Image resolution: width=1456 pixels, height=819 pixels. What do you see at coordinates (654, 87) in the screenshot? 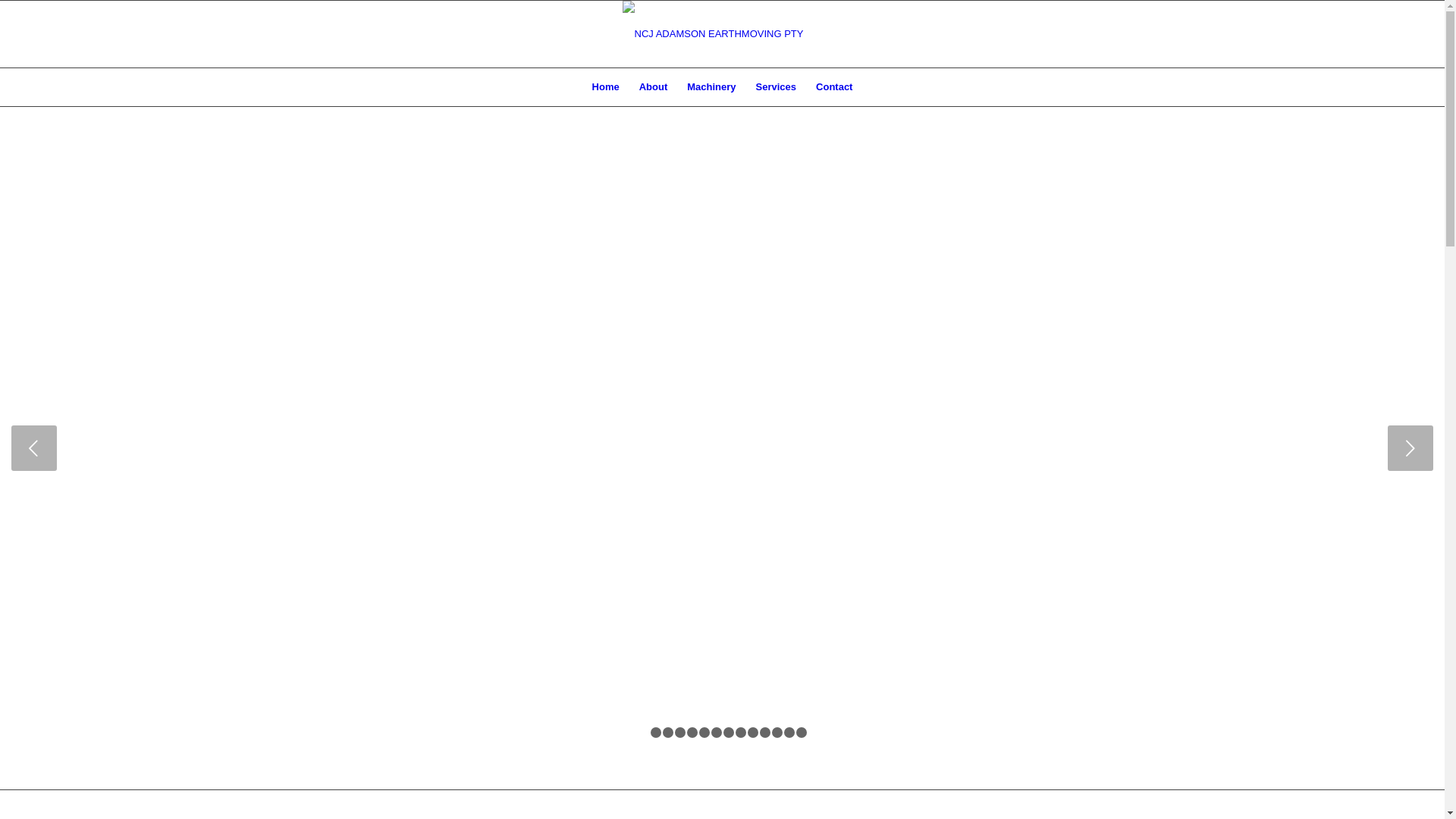
I see `'About'` at bounding box center [654, 87].